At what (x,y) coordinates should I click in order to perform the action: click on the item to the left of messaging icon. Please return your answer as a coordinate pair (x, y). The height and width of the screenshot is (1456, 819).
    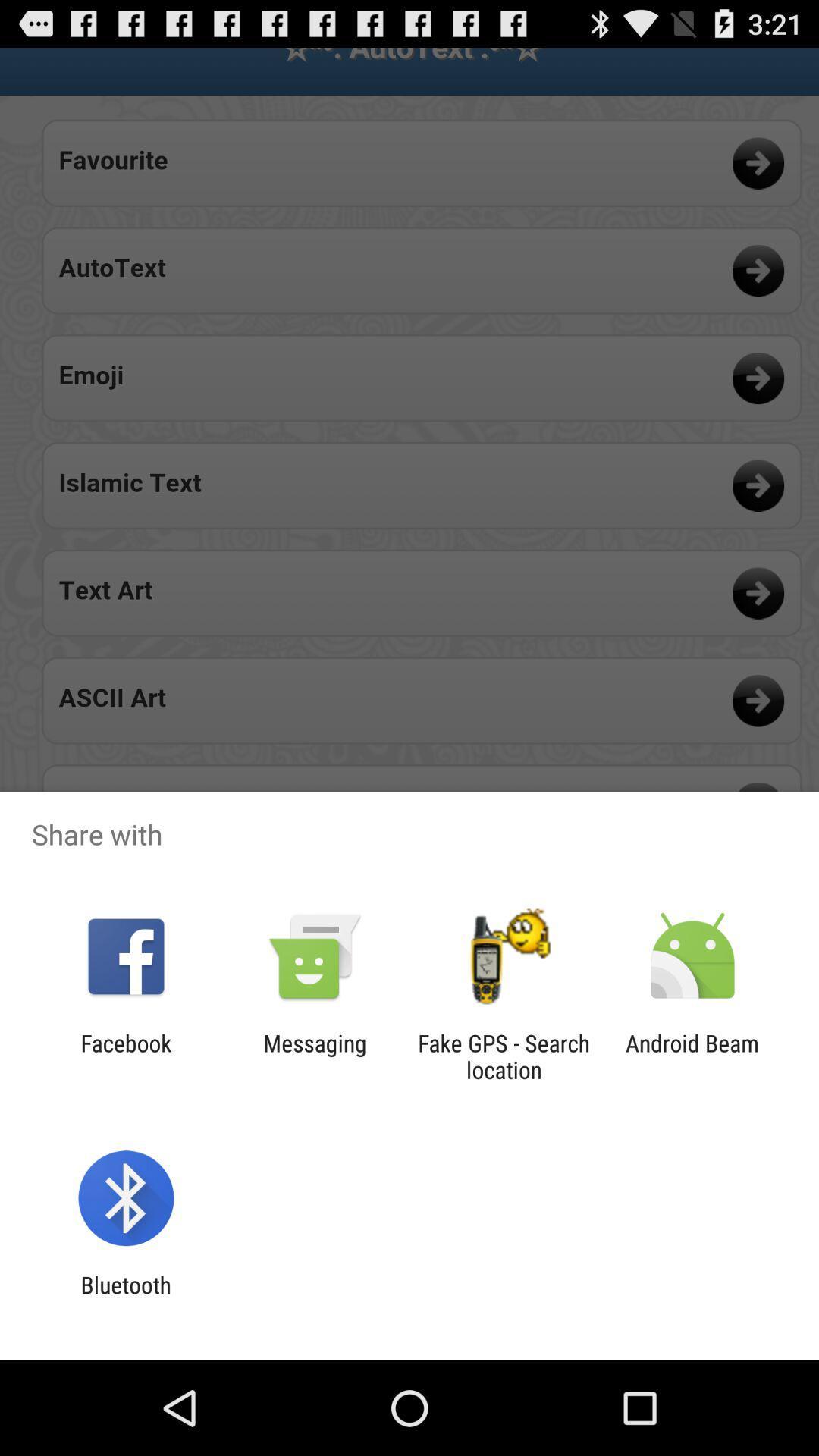
    Looking at the image, I should click on (125, 1056).